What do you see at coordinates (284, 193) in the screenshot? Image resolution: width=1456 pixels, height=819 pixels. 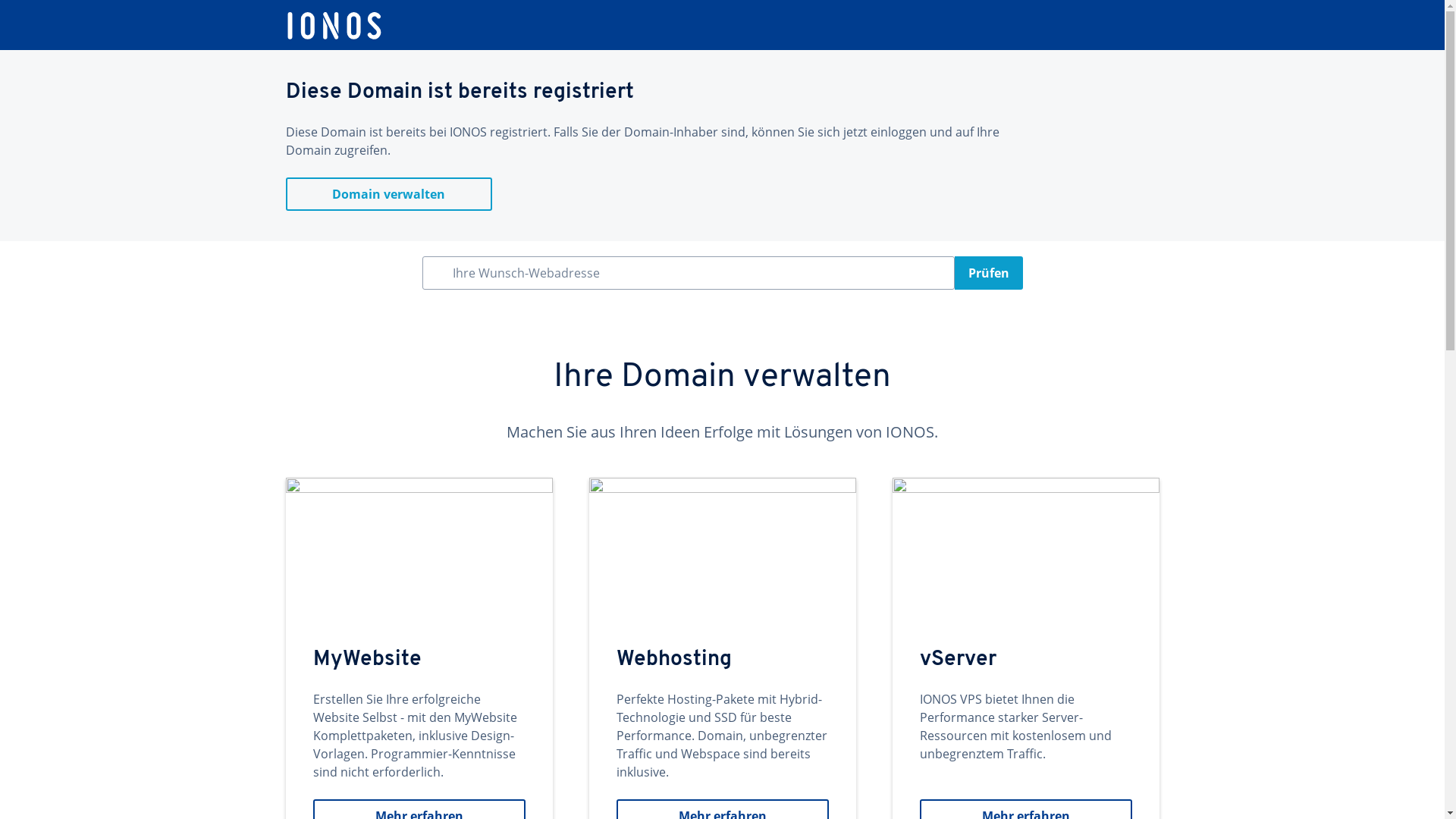 I see `'Domain verwalten'` at bounding box center [284, 193].